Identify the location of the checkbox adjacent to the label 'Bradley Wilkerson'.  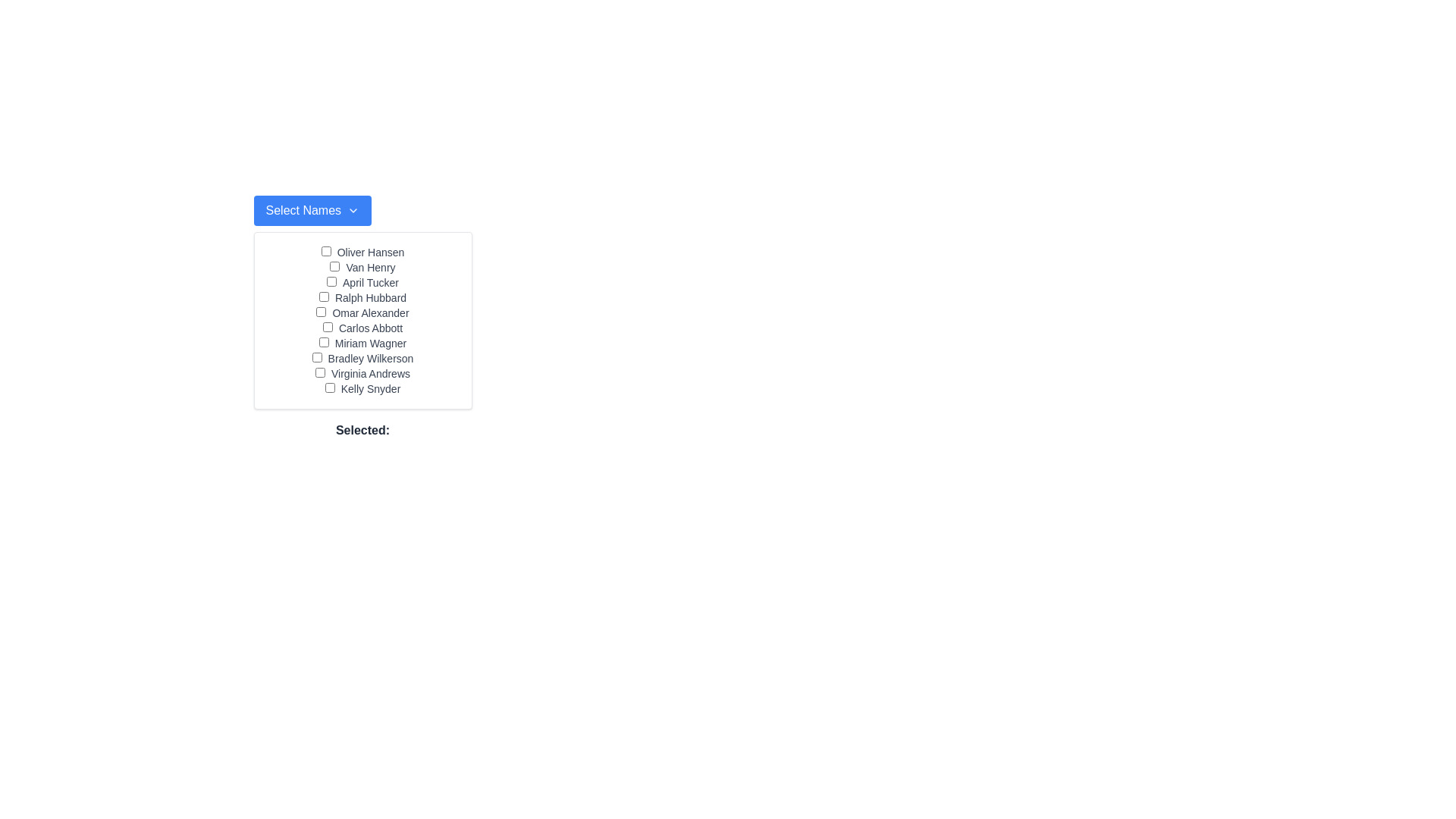
(315, 357).